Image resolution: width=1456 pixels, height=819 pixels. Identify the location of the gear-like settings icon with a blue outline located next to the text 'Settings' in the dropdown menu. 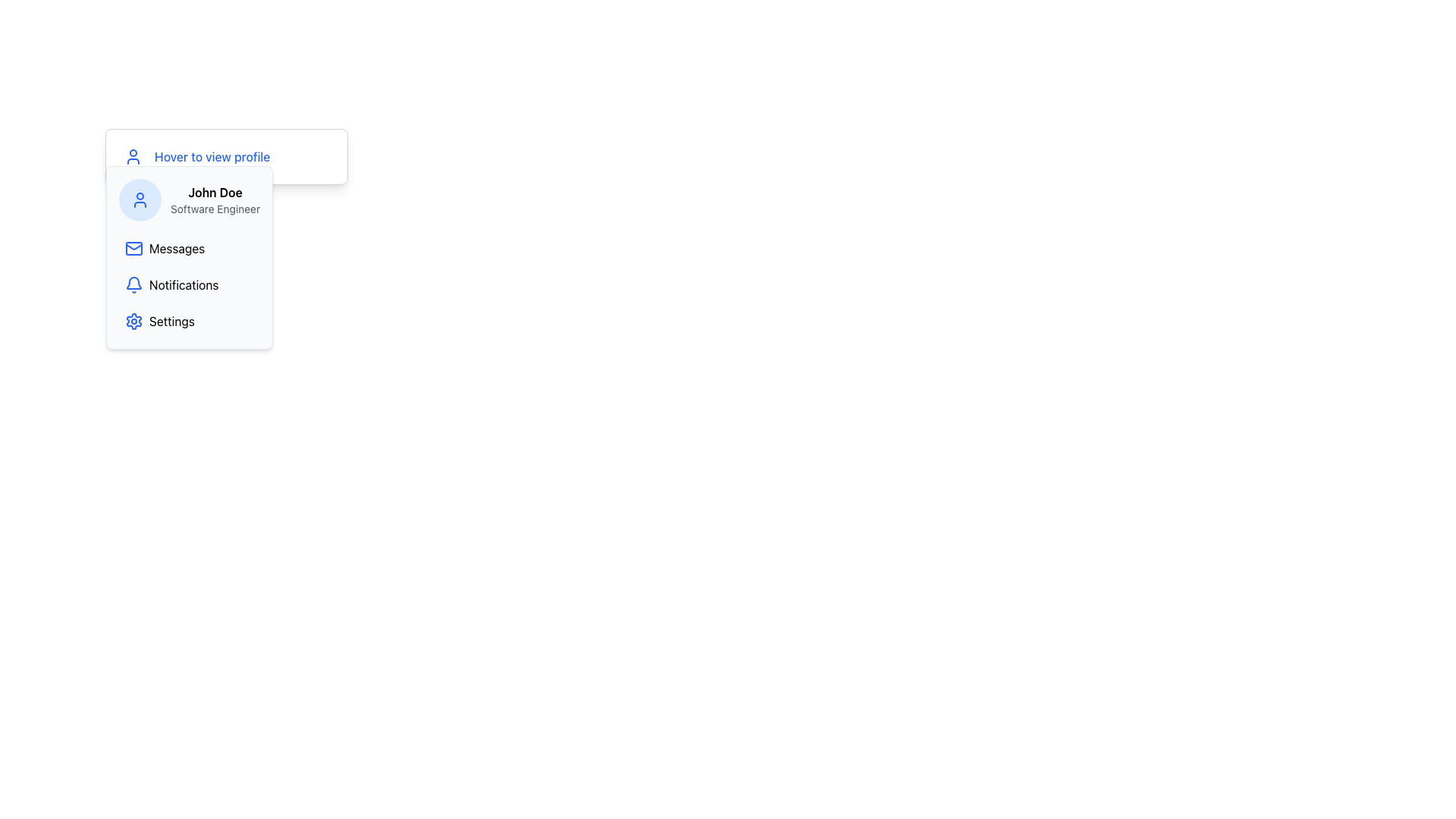
(134, 321).